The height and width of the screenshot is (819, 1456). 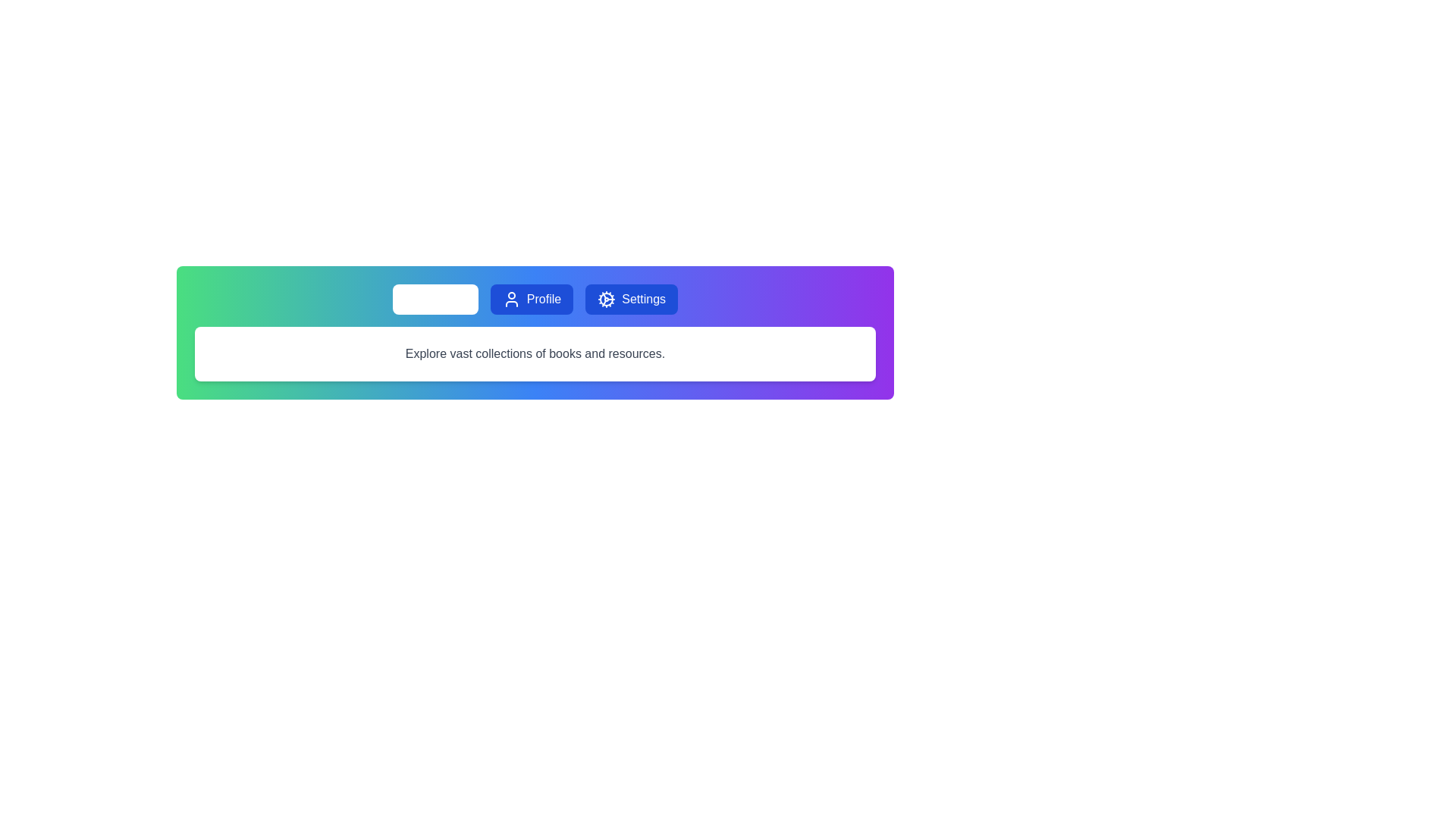 I want to click on the tab labeled Library to switch to the corresponding section, so click(x=435, y=299).